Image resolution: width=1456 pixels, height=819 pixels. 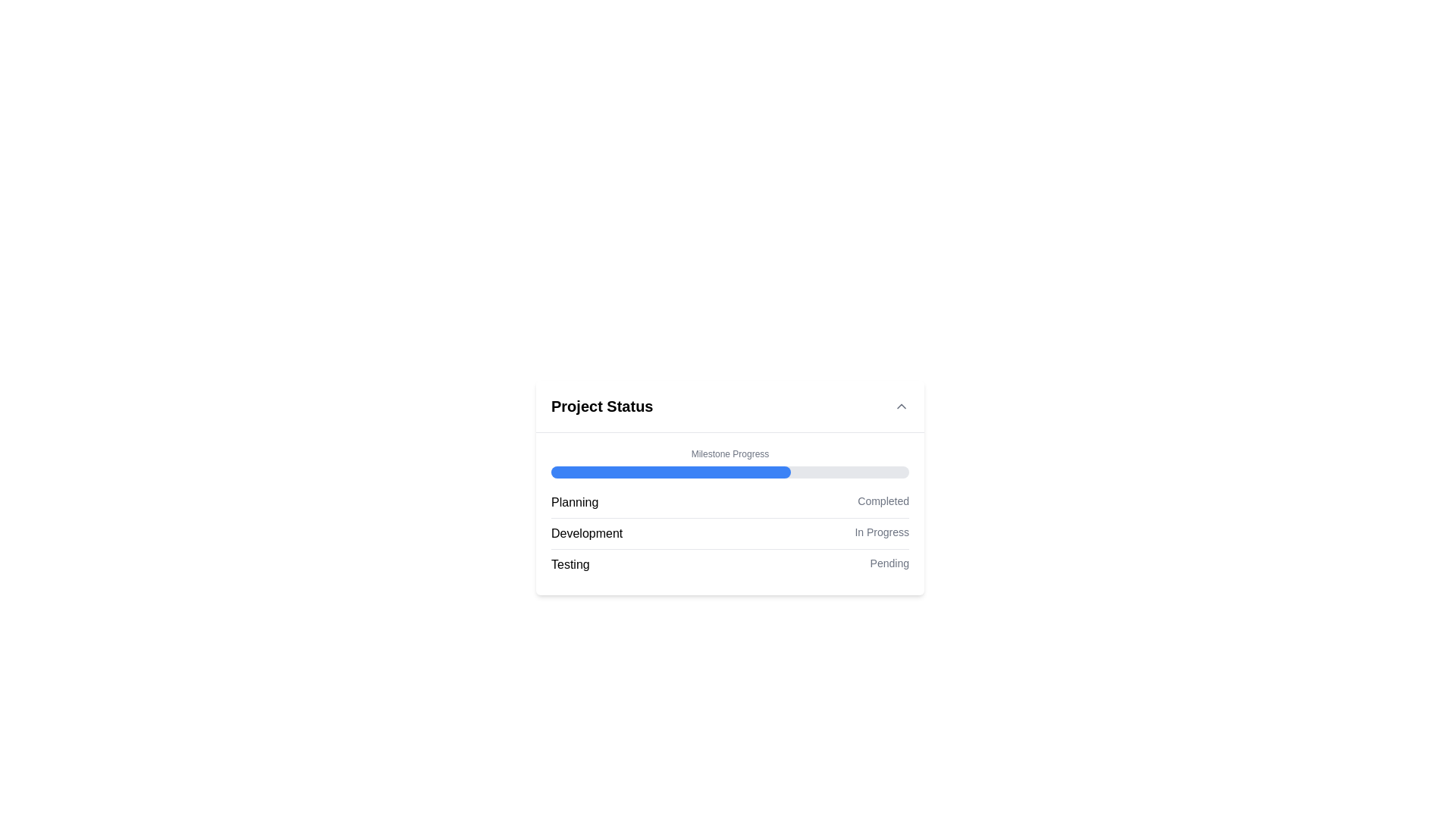 What do you see at coordinates (670, 472) in the screenshot?
I see `the progress bar indicating a 67% completion state located below the 'Milestone Progress' label on the 'Project Status' interface` at bounding box center [670, 472].